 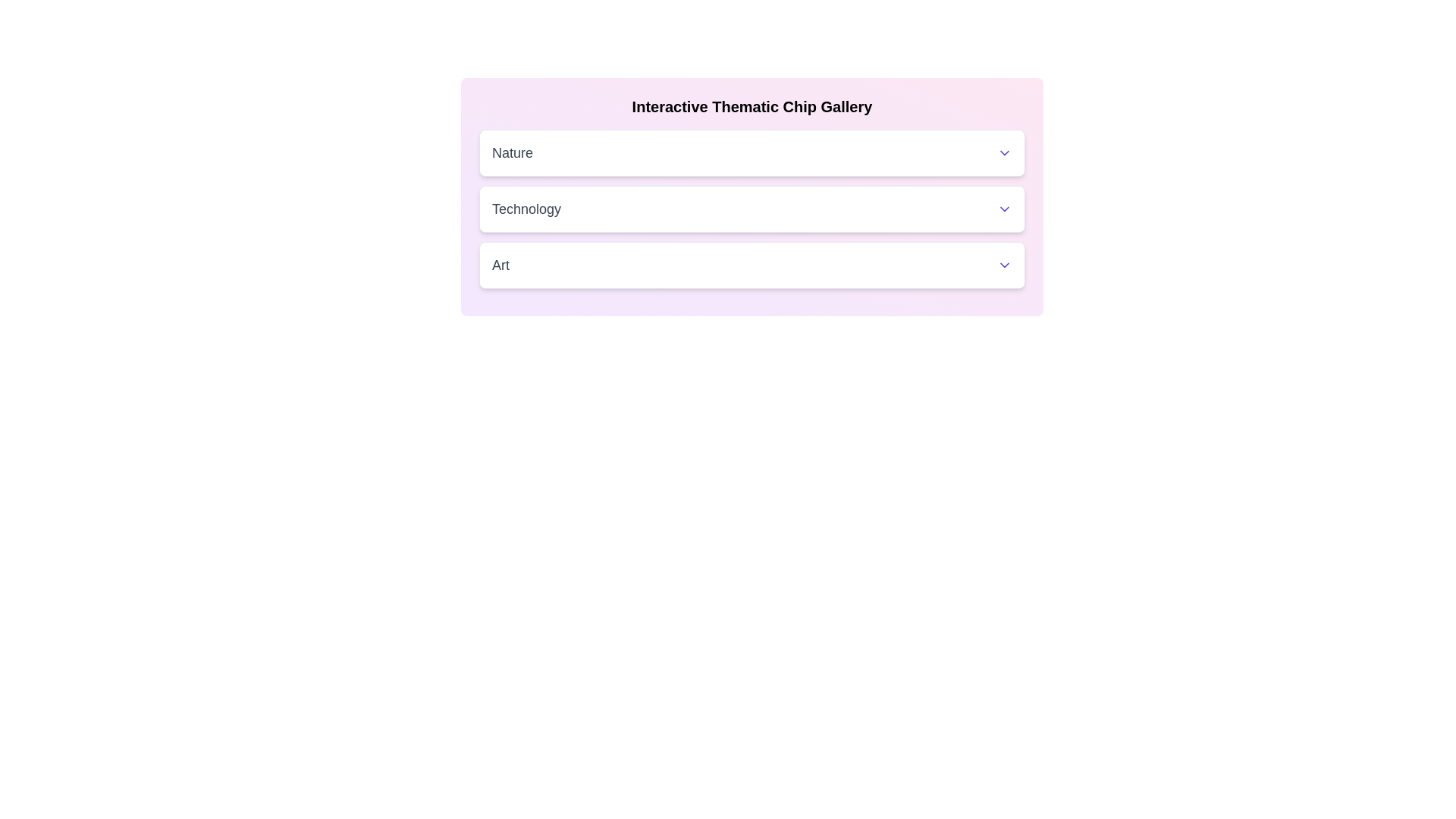 I want to click on the Technology title to expand its section, so click(x=752, y=209).